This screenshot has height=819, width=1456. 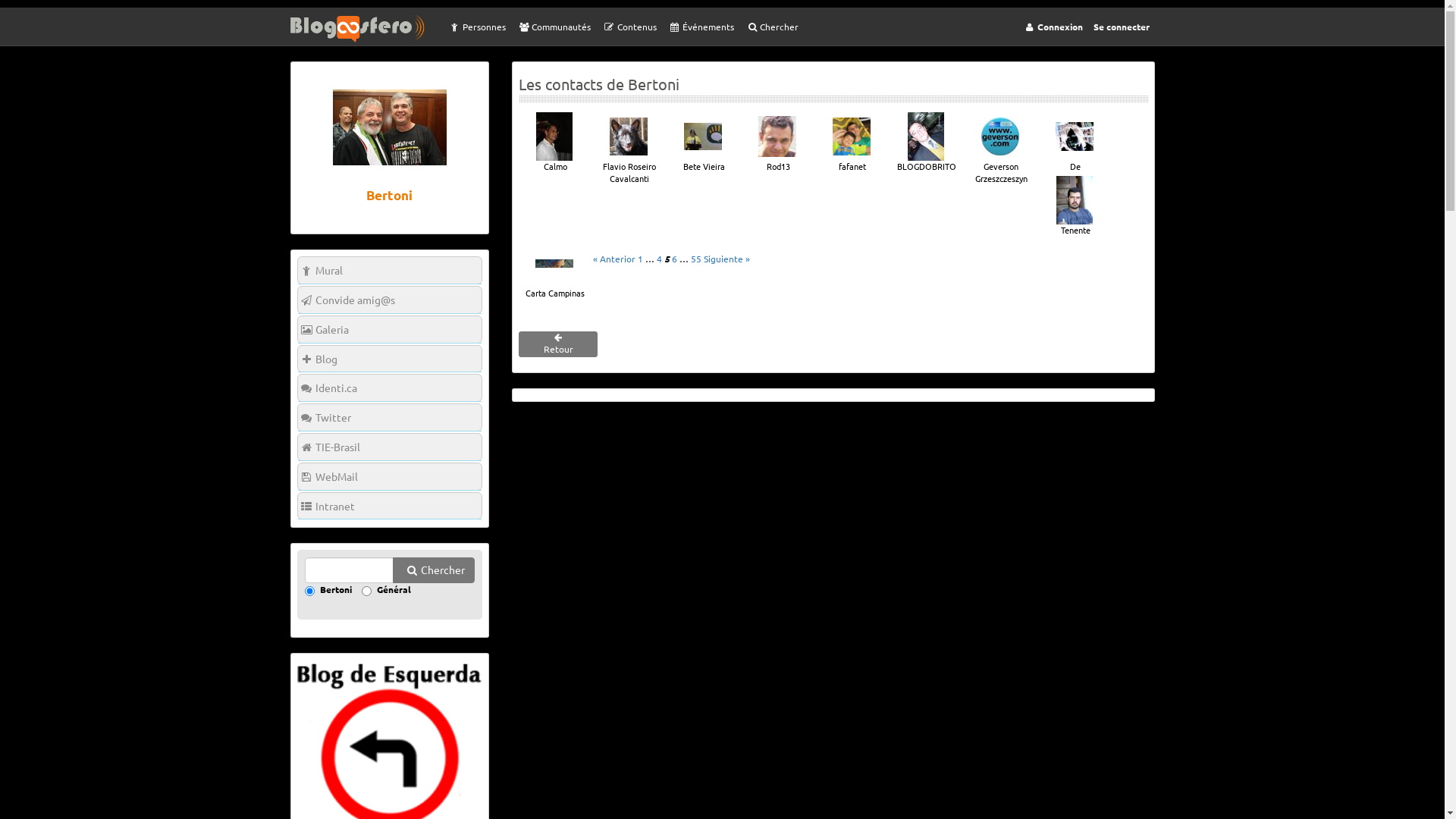 I want to click on 'Calmo', so click(x=553, y=143).